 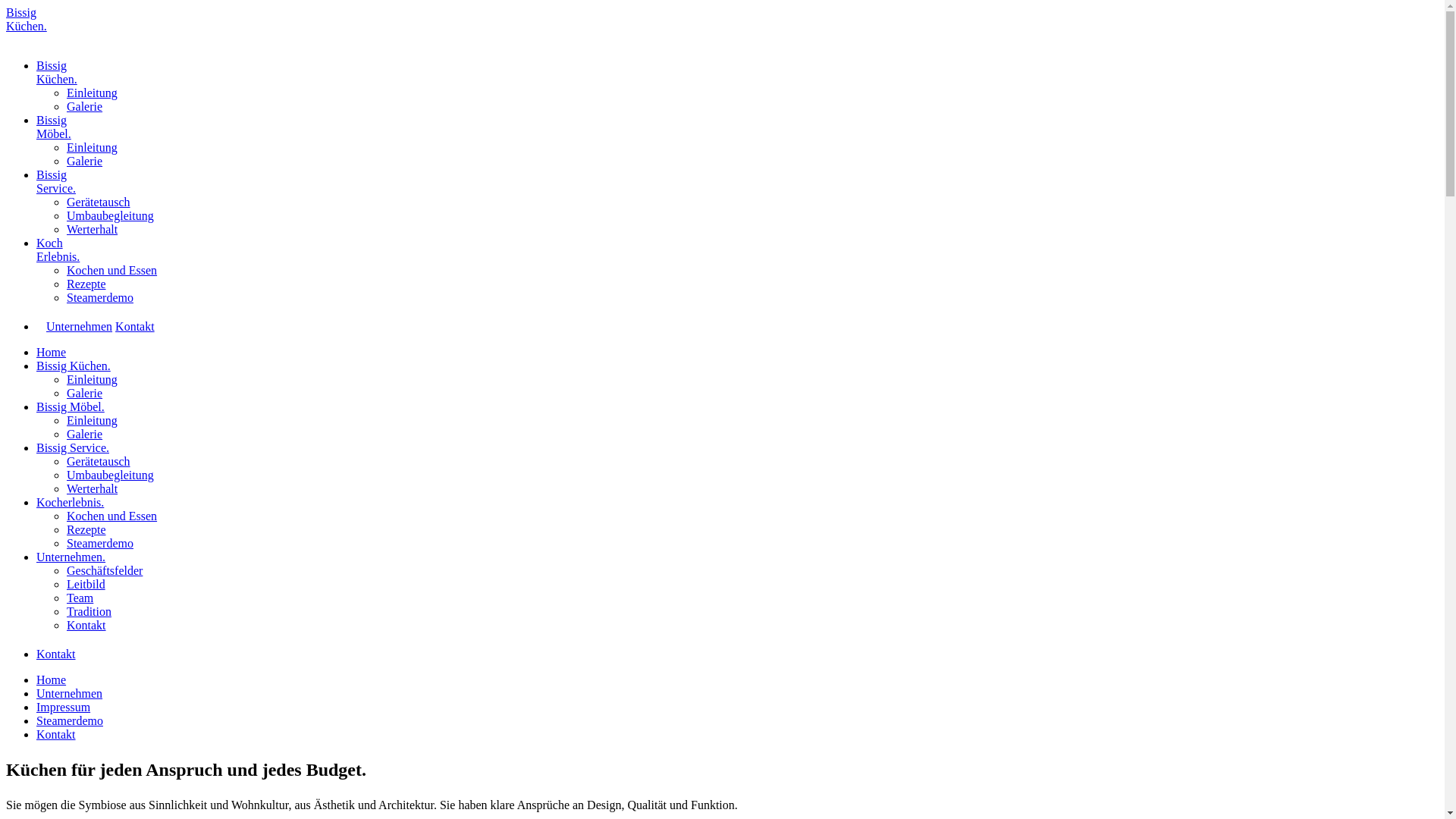 I want to click on 'Einleitung', so click(x=65, y=378).